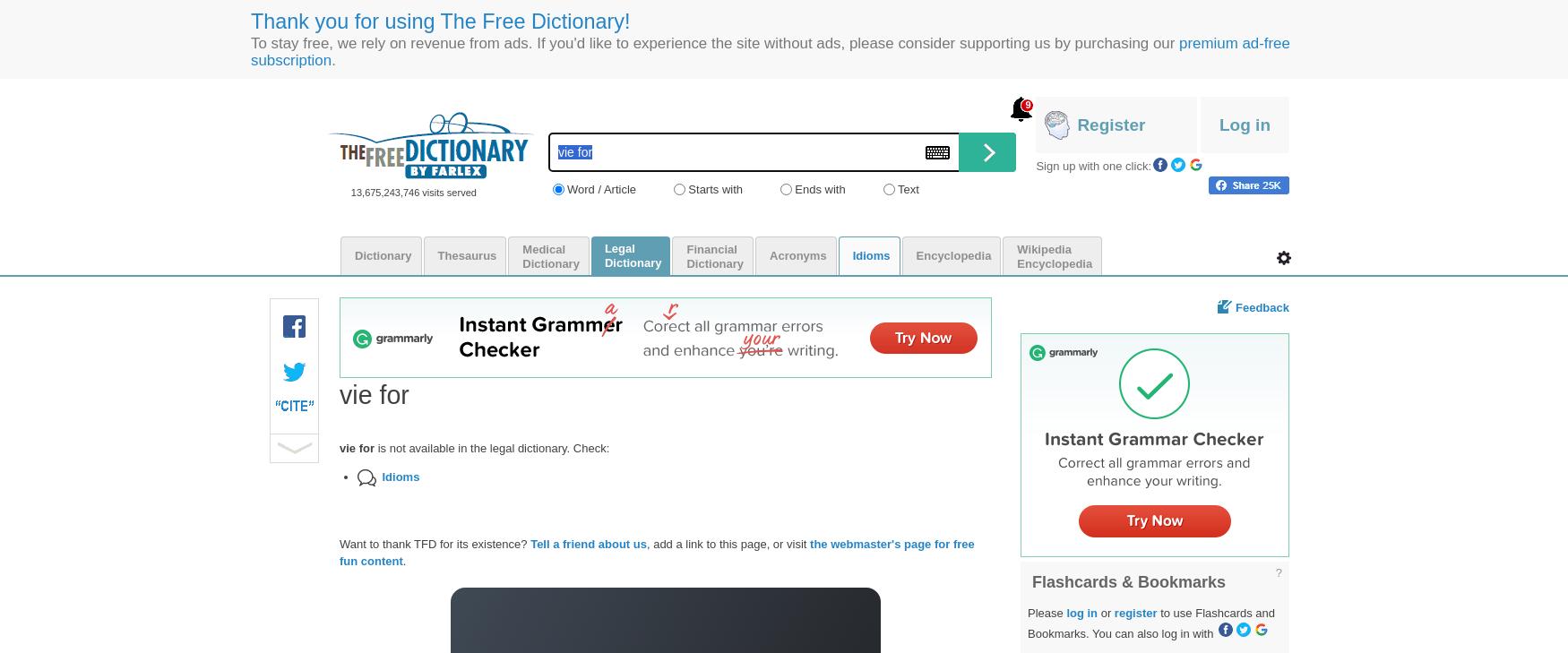 The image size is (1568, 653). I want to click on 'to use Flashcards and Bookmarks. You can also log in with', so click(1150, 623).